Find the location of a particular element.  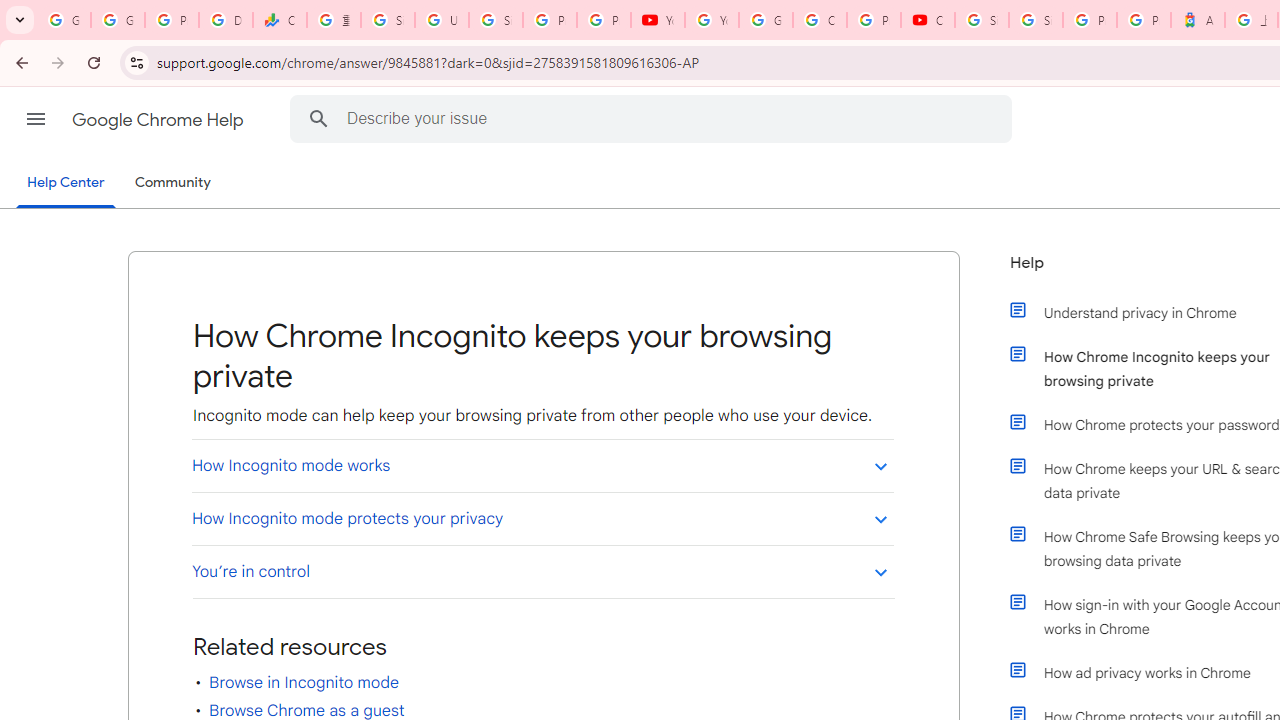

'Atour Hotel - Google hotels' is located at coordinates (1198, 20).